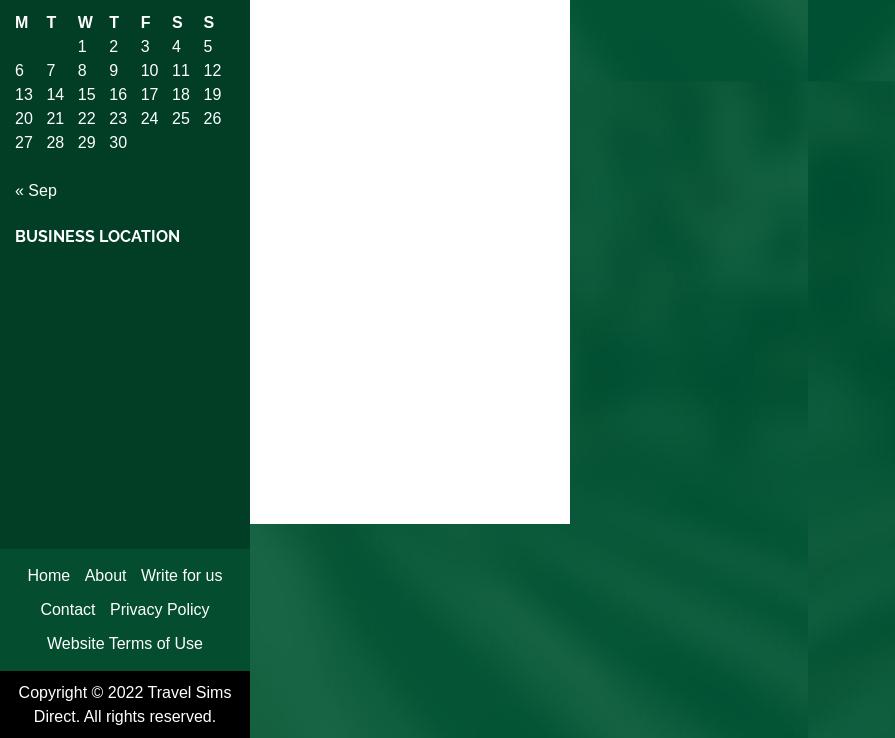 The width and height of the screenshot is (895, 738). What do you see at coordinates (180, 92) in the screenshot?
I see `'18'` at bounding box center [180, 92].